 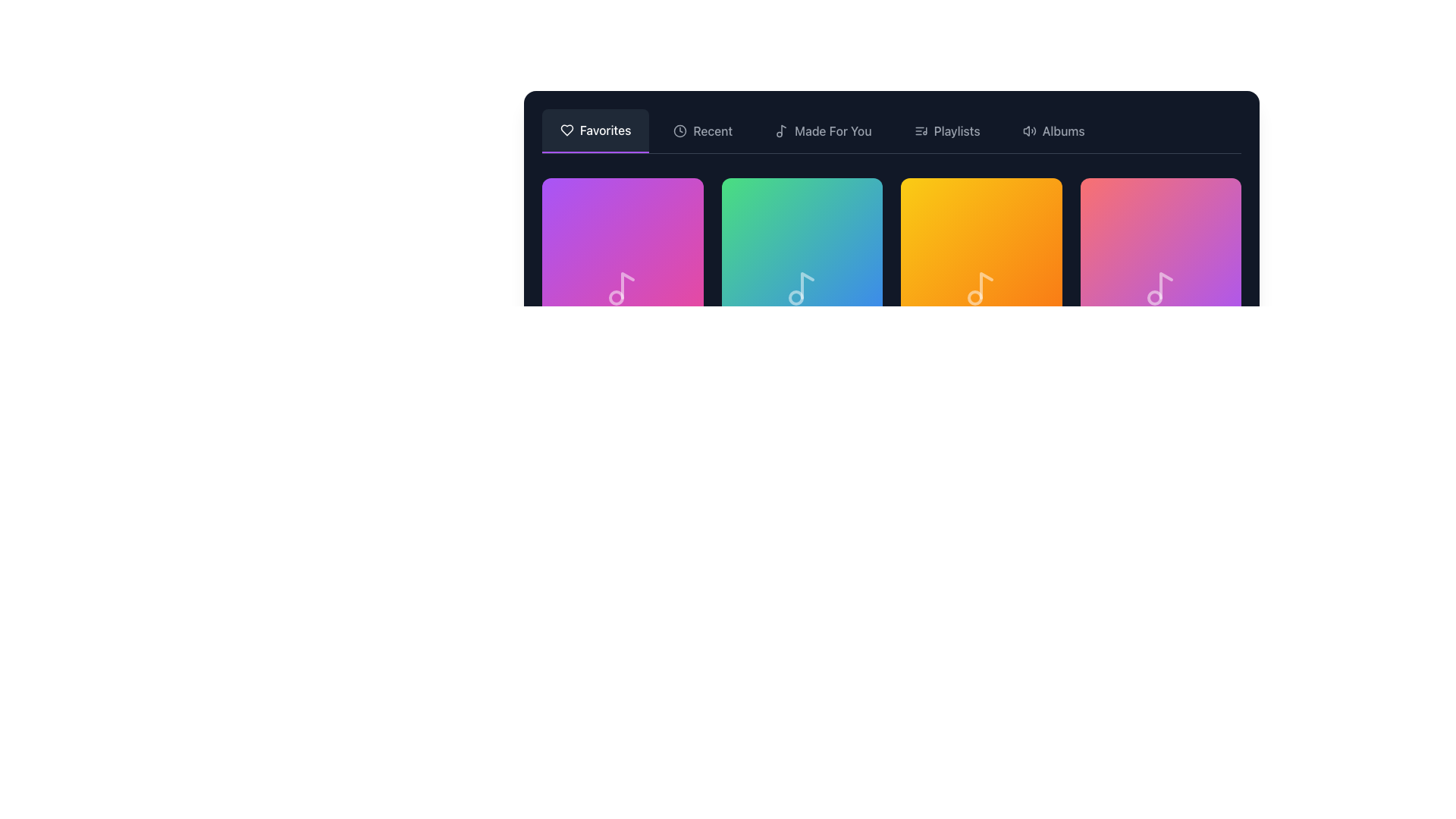 What do you see at coordinates (1159, 289) in the screenshot?
I see `the musical note icon located inside the last card on the right in a horizontal row of colorful cards` at bounding box center [1159, 289].